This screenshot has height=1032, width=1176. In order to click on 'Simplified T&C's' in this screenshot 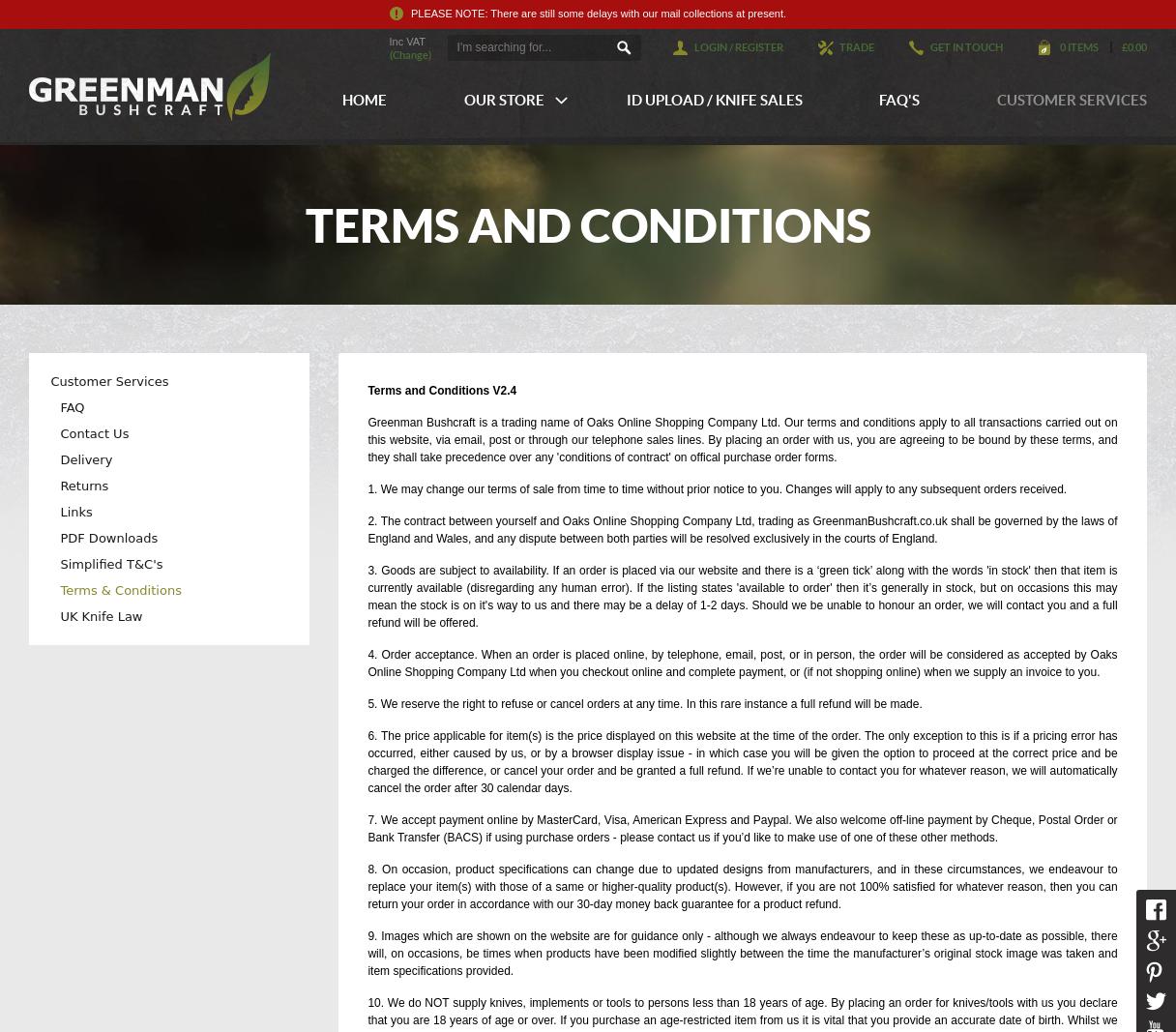, I will do `click(60, 564)`.